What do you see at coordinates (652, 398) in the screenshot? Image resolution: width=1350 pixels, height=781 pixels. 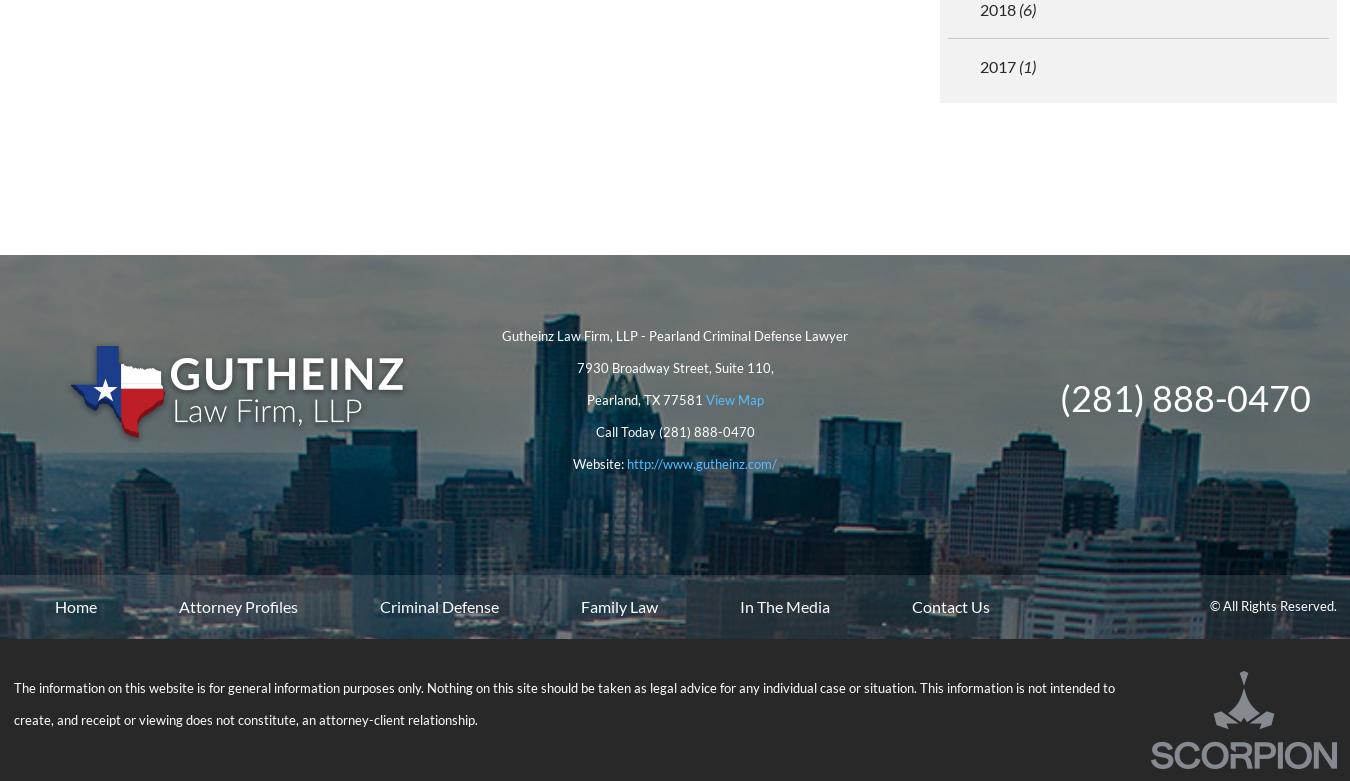 I see `'TX'` at bounding box center [652, 398].